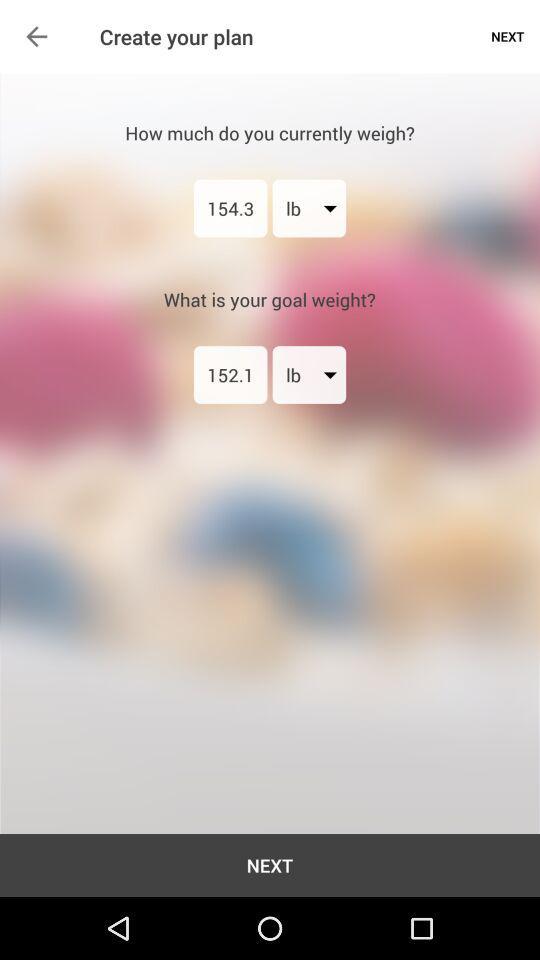  I want to click on the 154.3 icon, so click(229, 208).